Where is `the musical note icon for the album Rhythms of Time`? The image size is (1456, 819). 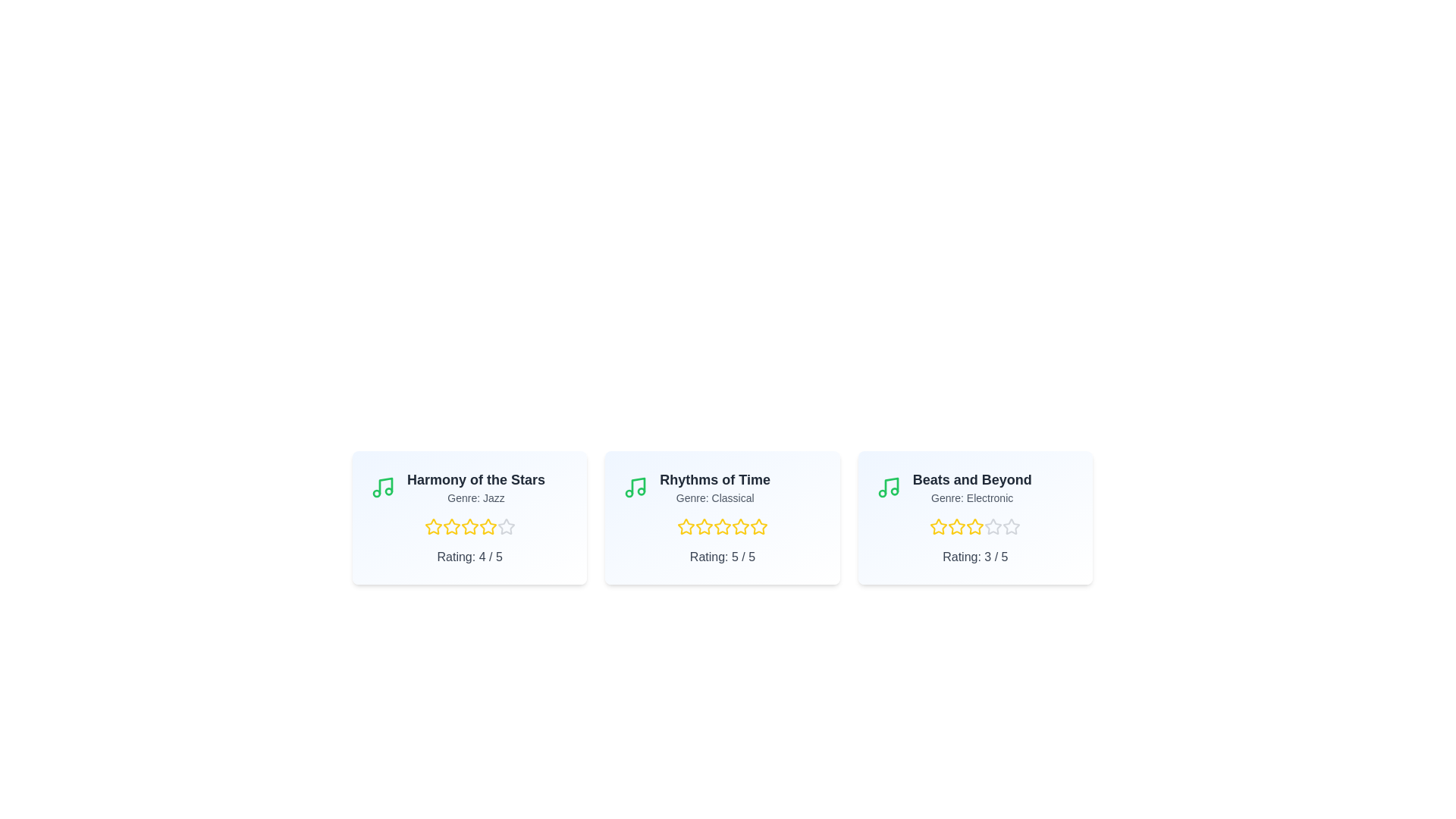
the musical note icon for the album Rhythms of Time is located at coordinates (635, 488).